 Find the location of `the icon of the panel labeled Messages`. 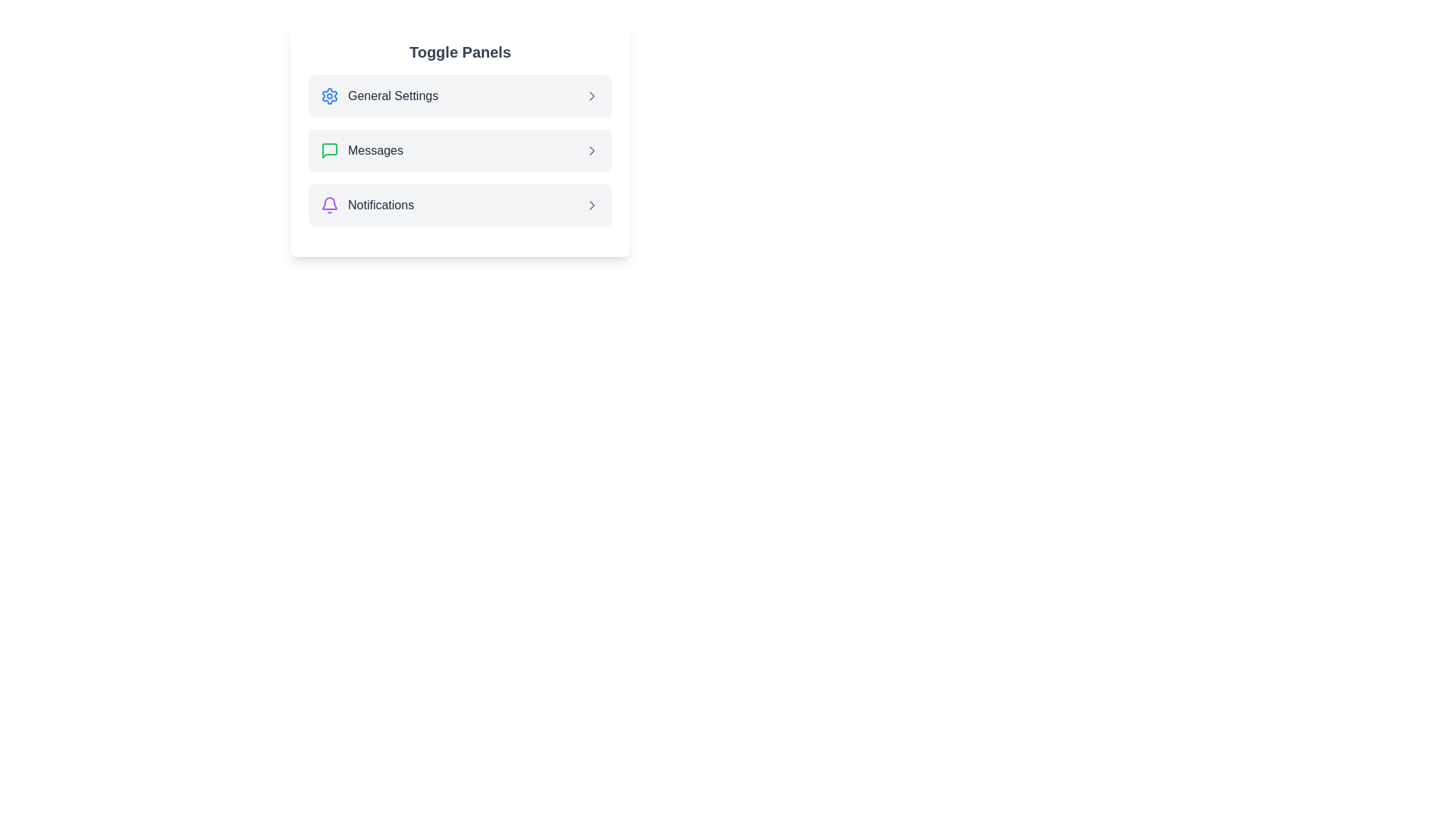

the icon of the panel labeled Messages is located at coordinates (329, 151).